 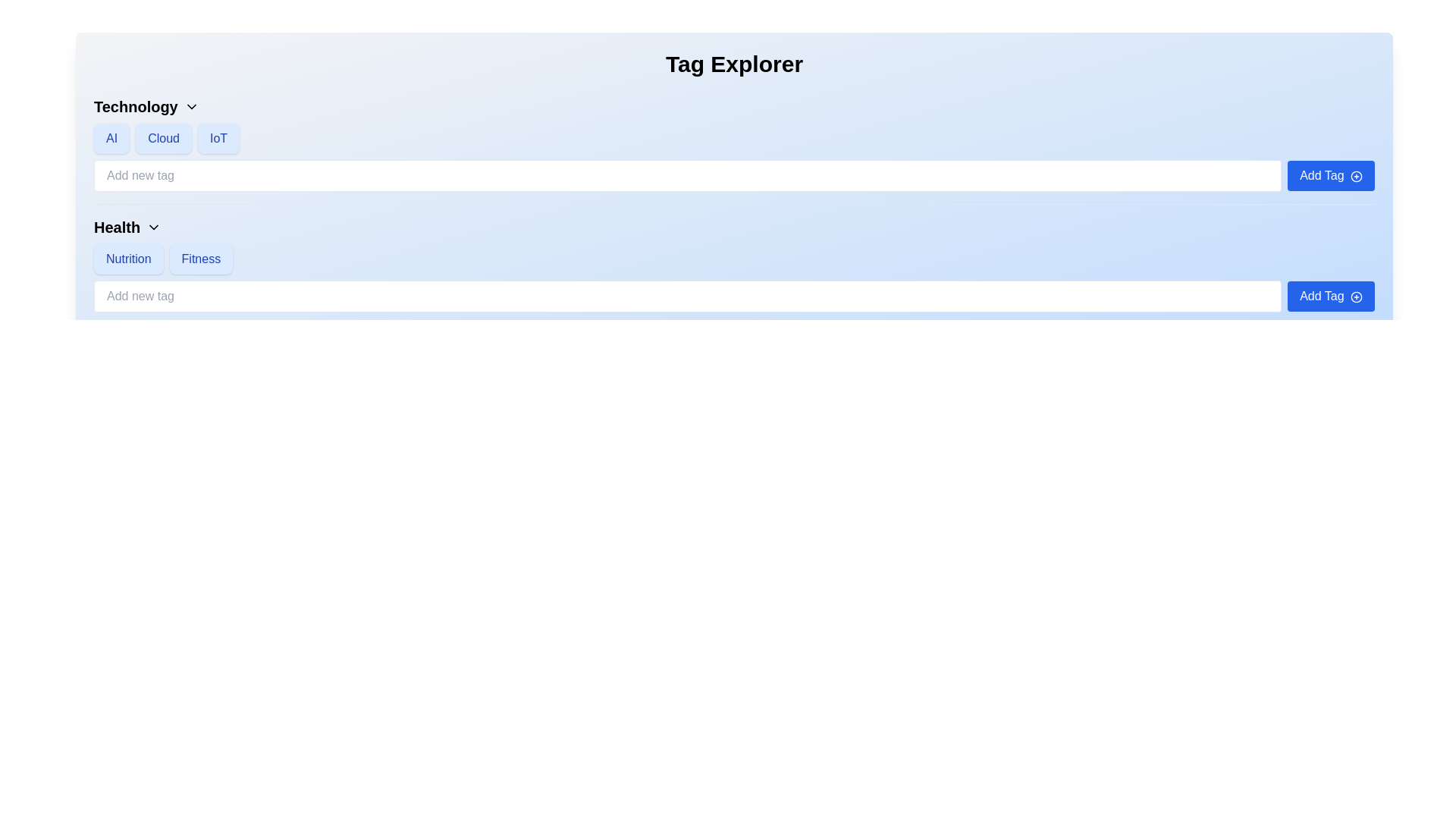 What do you see at coordinates (200, 259) in the screenshot?
I see `the button-like label that filters the 'Fitness' category, which is the second button under the 'Health' category, positioned immediately to the right of the 'Nutrition' button` at bounding box center [200, 259].